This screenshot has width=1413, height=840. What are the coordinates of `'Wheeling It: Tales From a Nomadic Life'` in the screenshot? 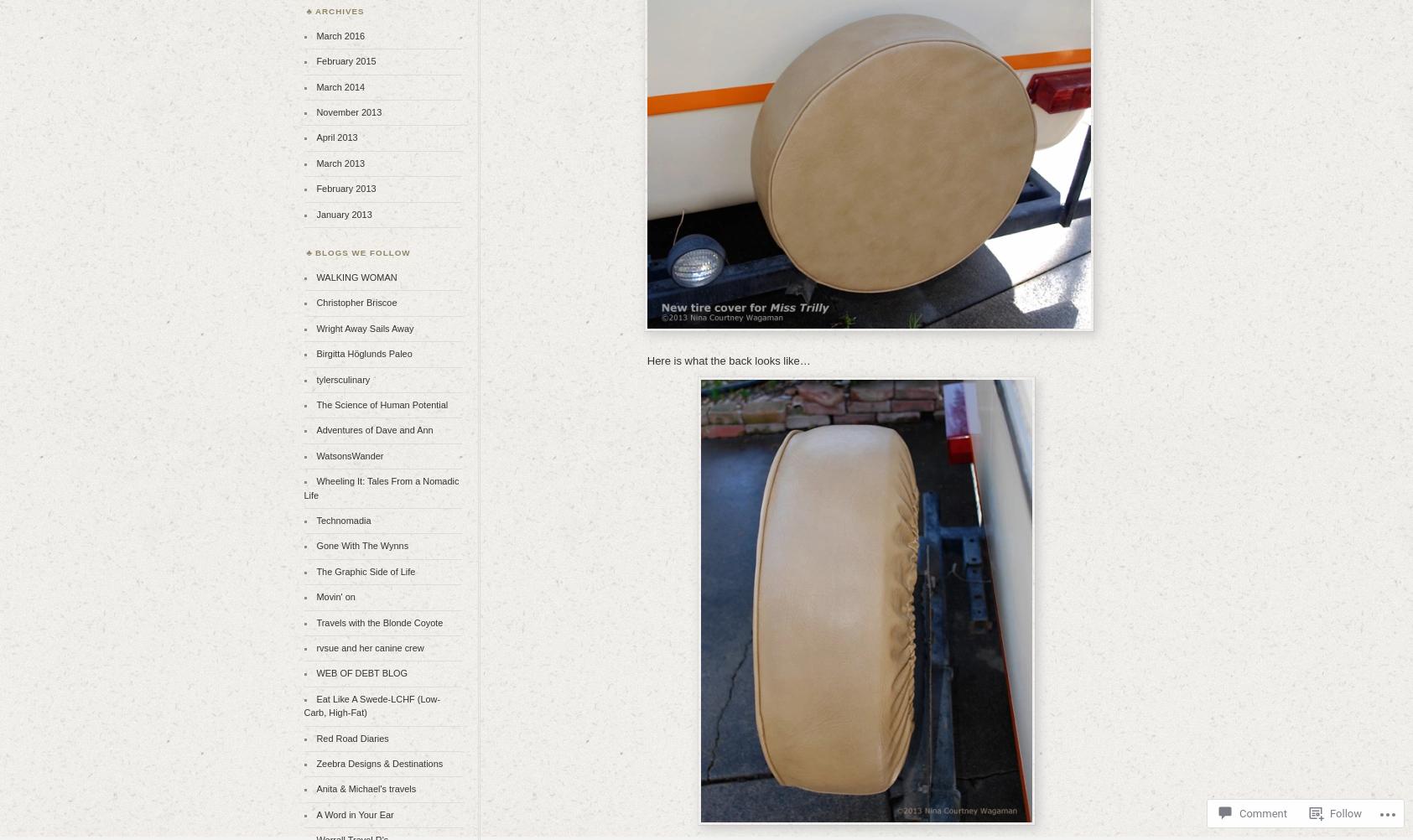 It's located at (380, 487).